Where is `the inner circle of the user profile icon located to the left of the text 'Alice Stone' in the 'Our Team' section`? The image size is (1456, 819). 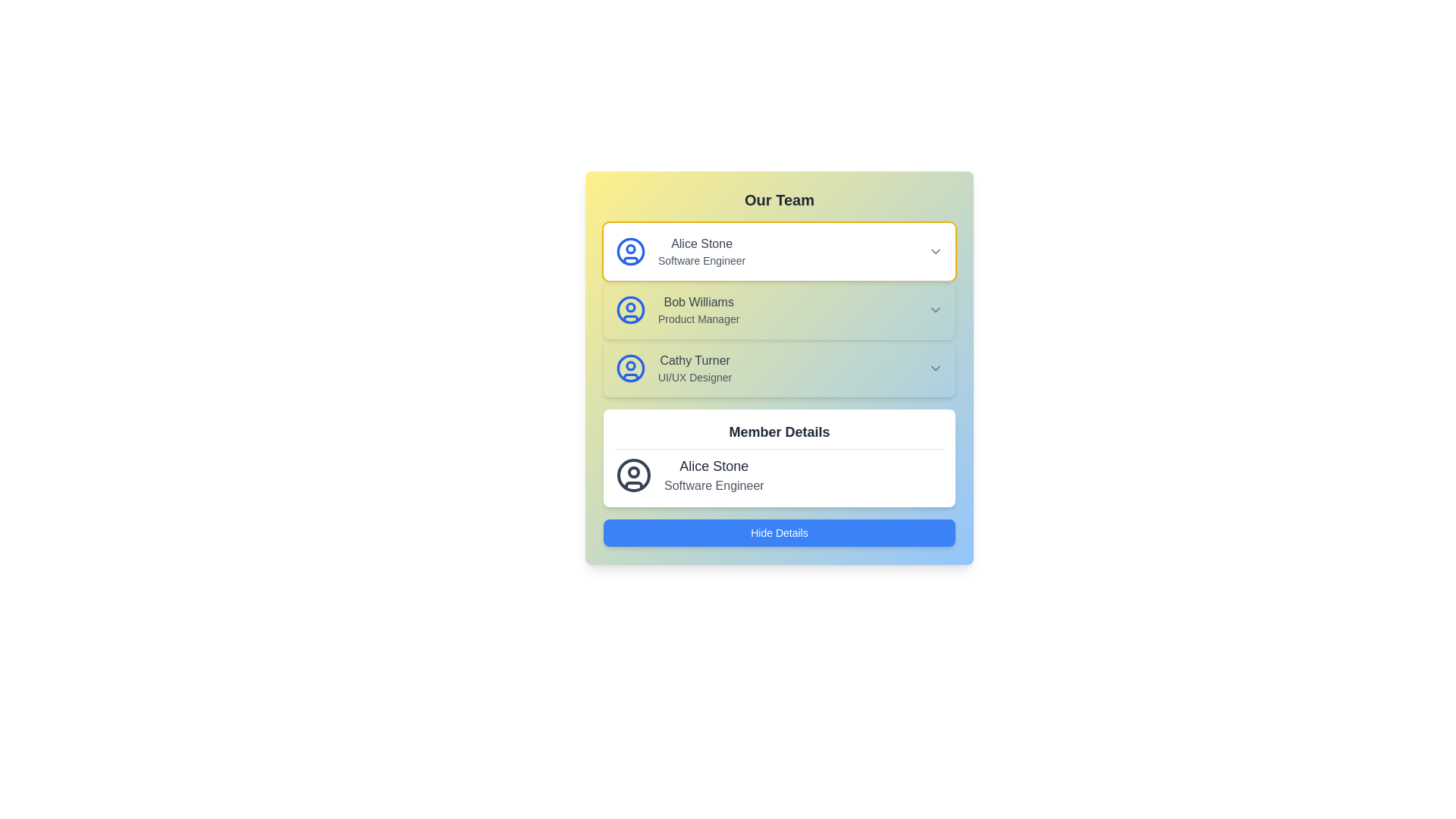
the inner circle of the user profile icon located to the left of the text 'Alice Stone' in the 'Our Team' section is located at coordinates (630, 307).